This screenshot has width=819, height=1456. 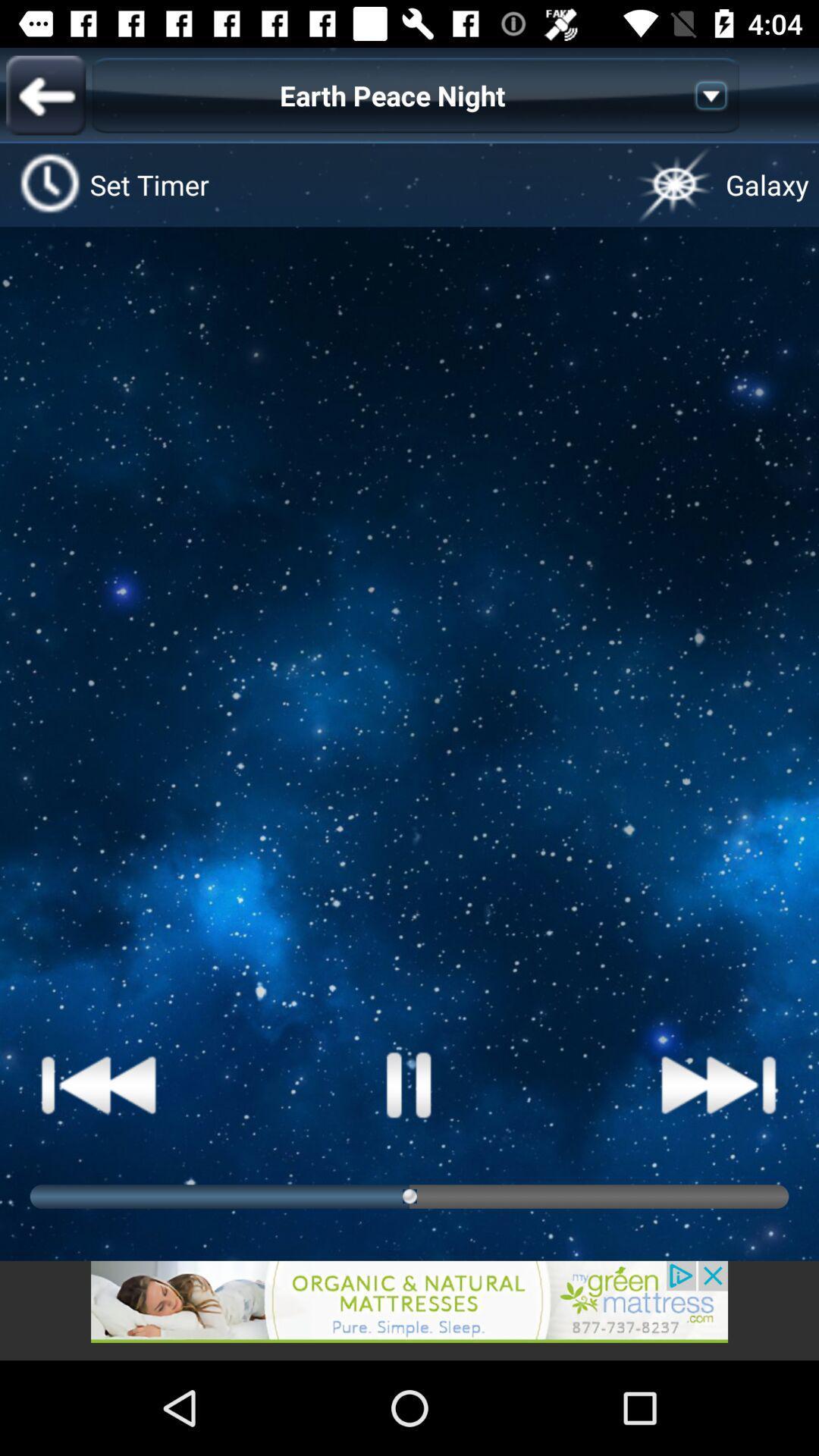 I want to click on the arrow_backward icon, so click(x=45, y=94).